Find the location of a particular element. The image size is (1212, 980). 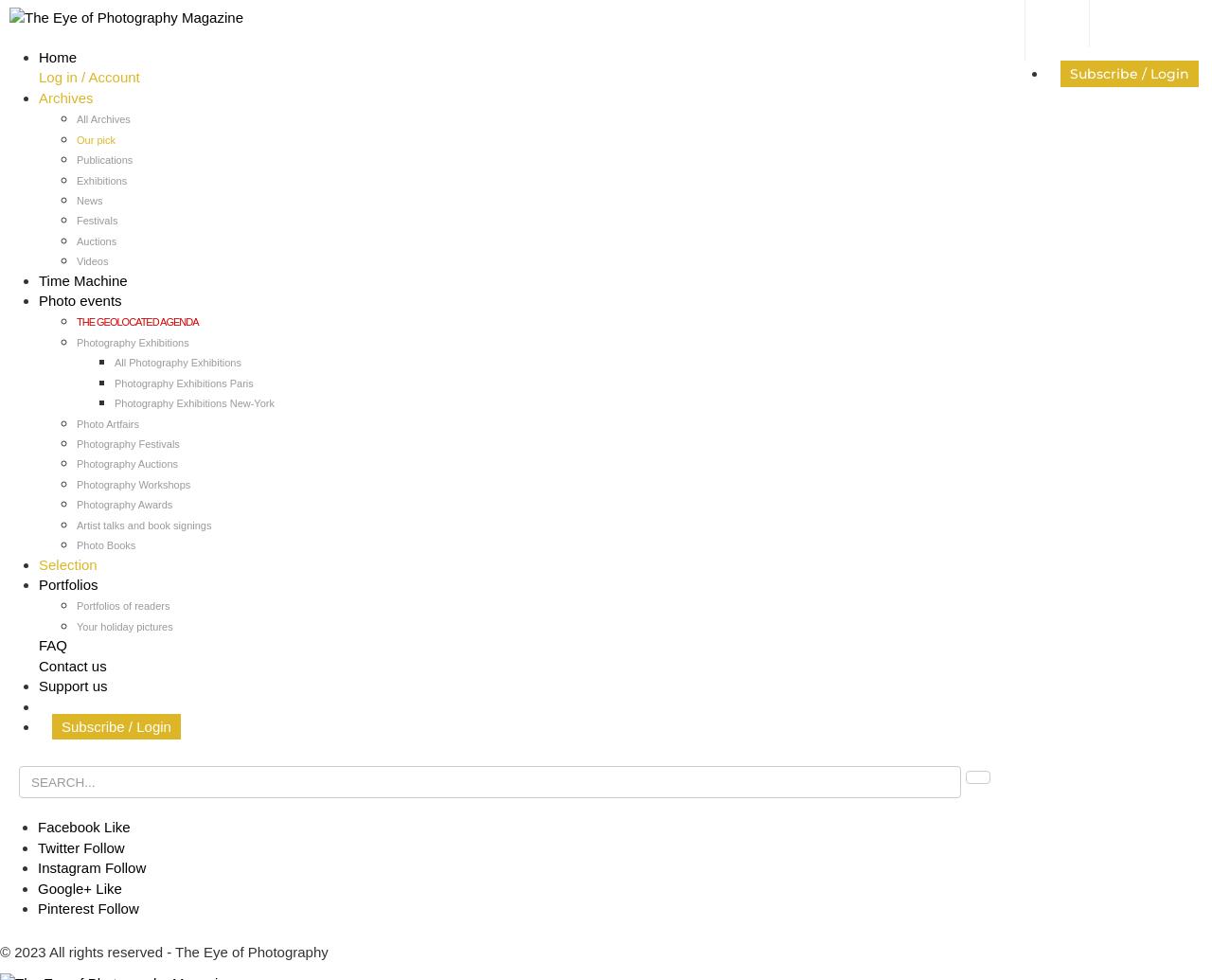

'Selection' is located at coordinates (67, 562).